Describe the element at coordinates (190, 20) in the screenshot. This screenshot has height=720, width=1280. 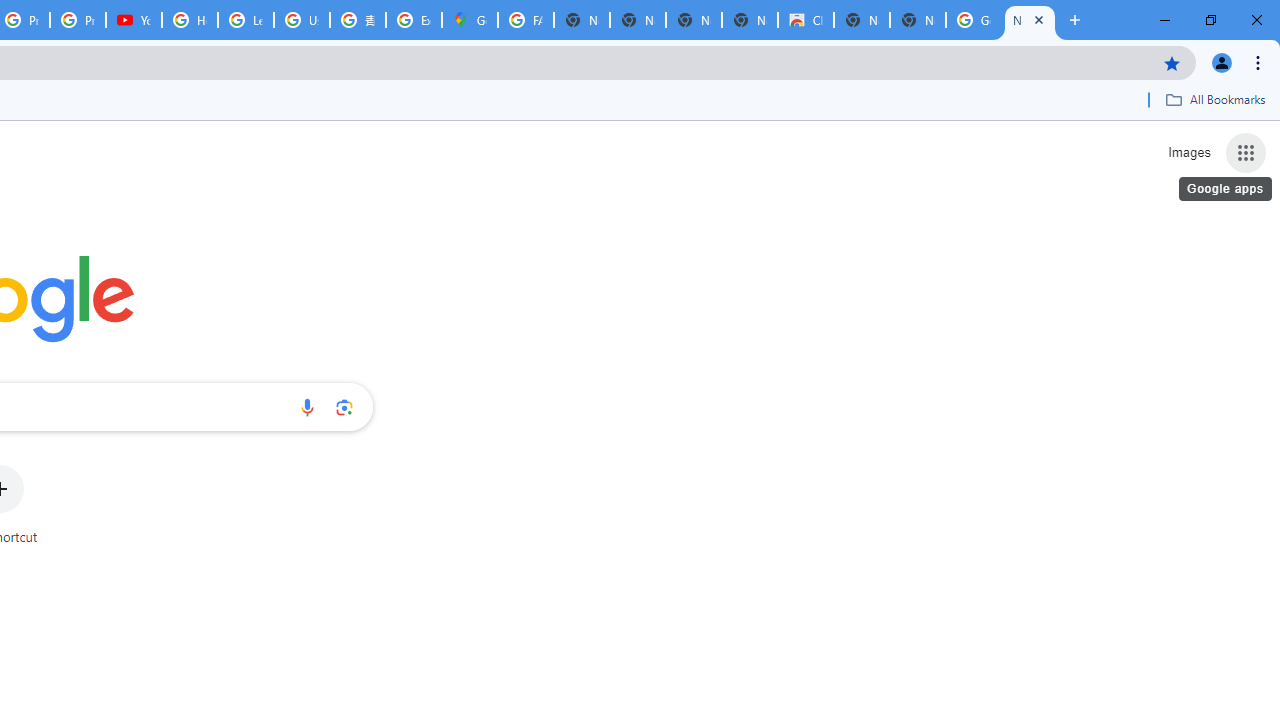
I see `'How Chrome protects your passwords - Google Chrome Help'` at that location.